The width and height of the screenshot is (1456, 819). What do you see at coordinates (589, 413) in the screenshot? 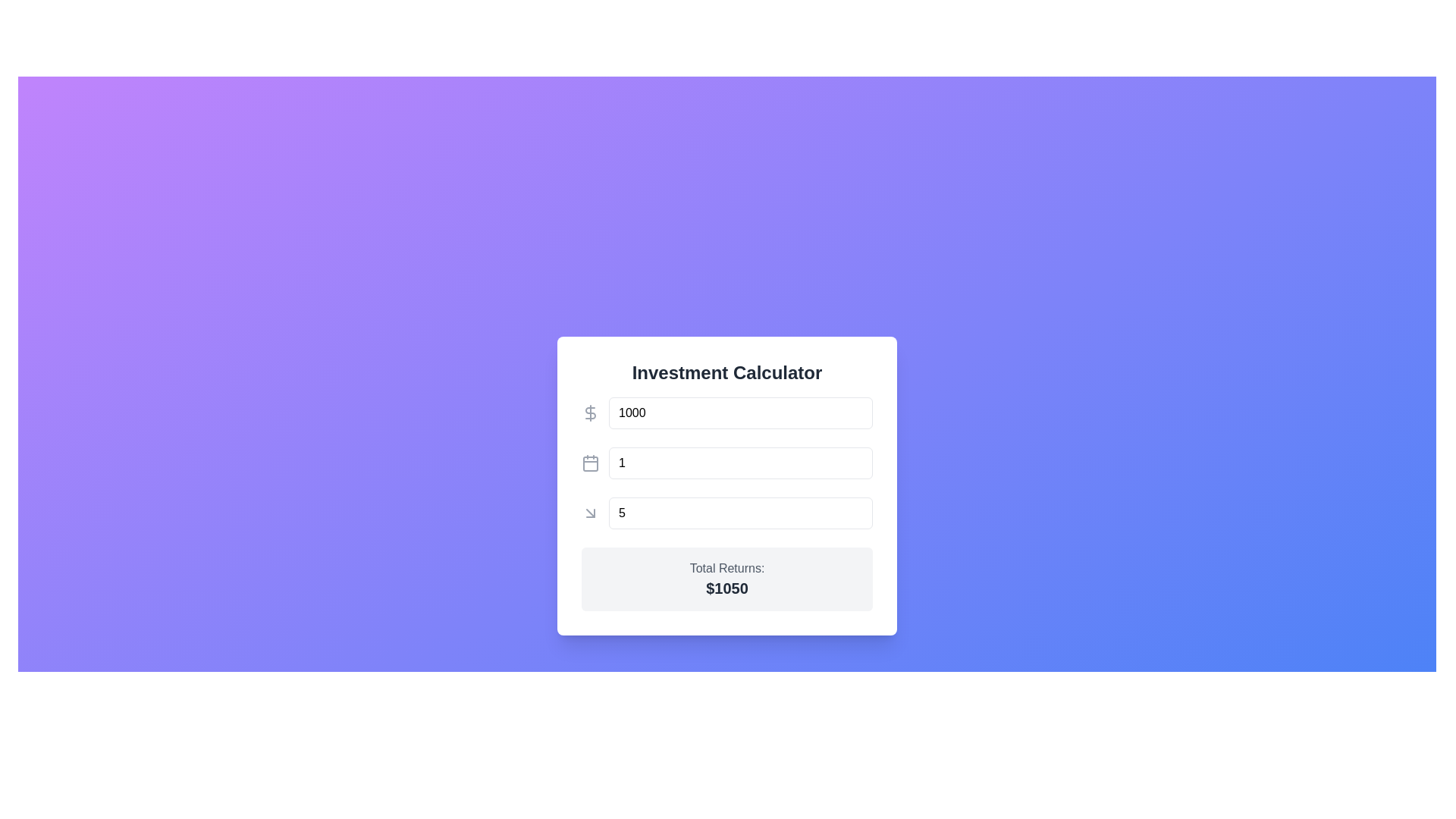
I see `the gray dollar sign icon located to the left of the 'Investment Amount' textbox` at bounding box center [589, 413].